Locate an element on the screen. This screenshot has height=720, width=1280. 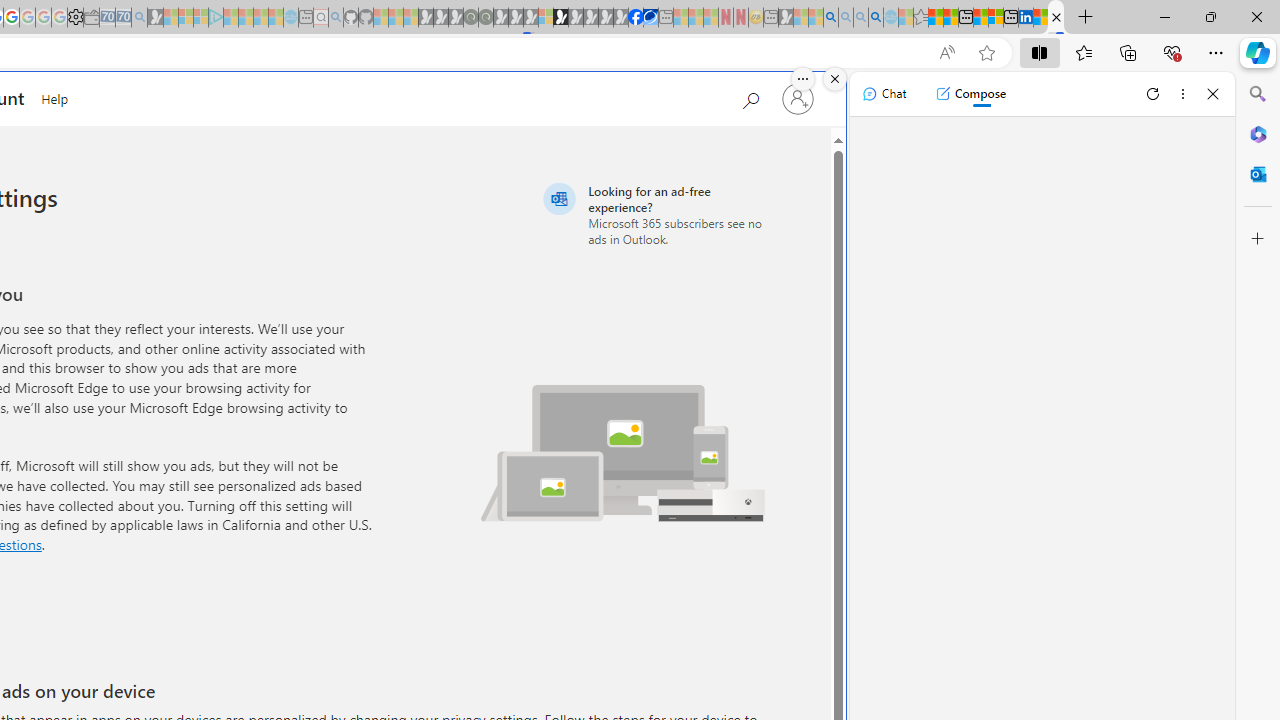
'Help' is located at coordinates (55, 96).